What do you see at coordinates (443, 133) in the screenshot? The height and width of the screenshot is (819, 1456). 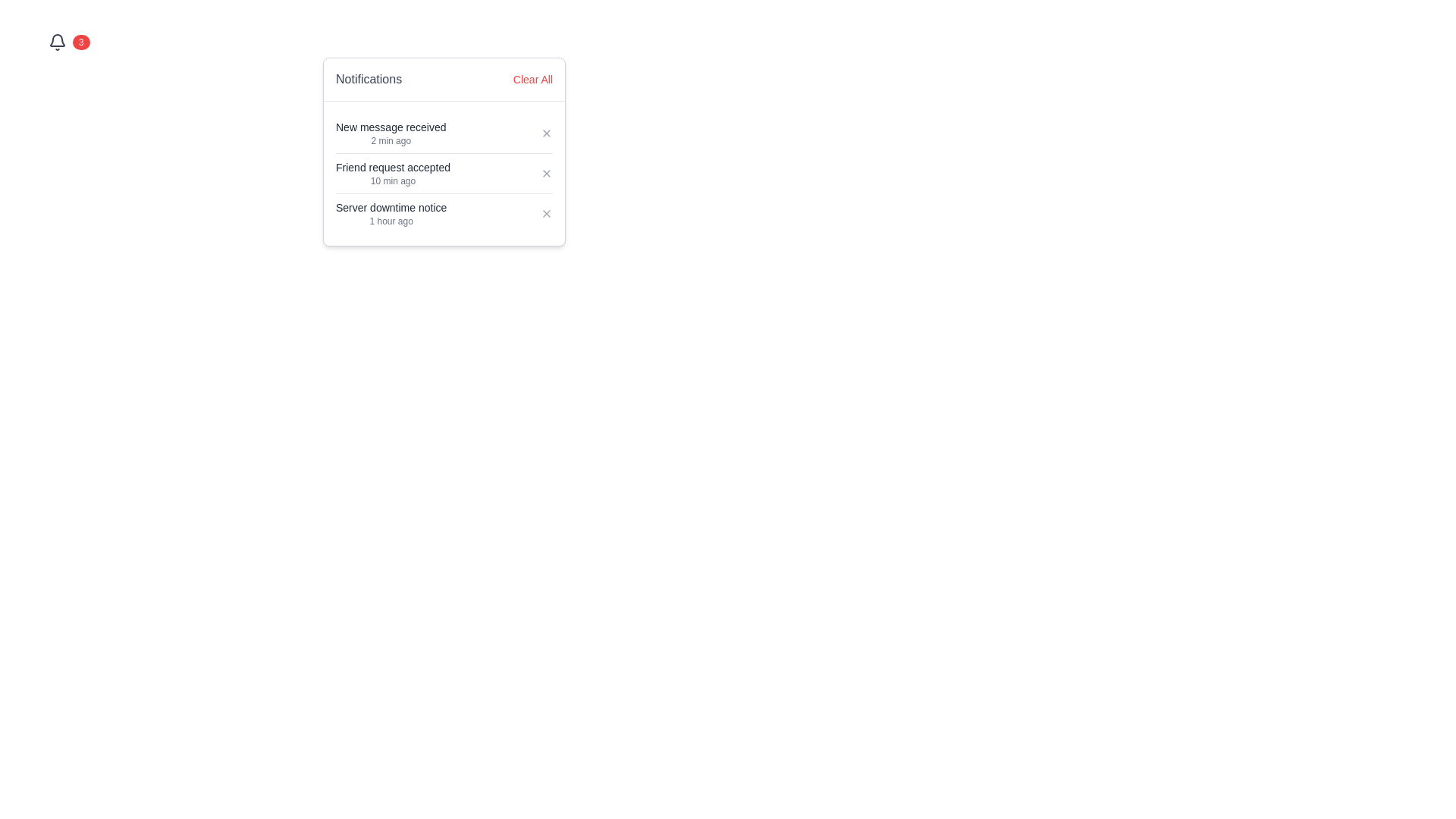 I see `the first notification item in the dropdown panel to focus on it` at bounding box center [443, 133].